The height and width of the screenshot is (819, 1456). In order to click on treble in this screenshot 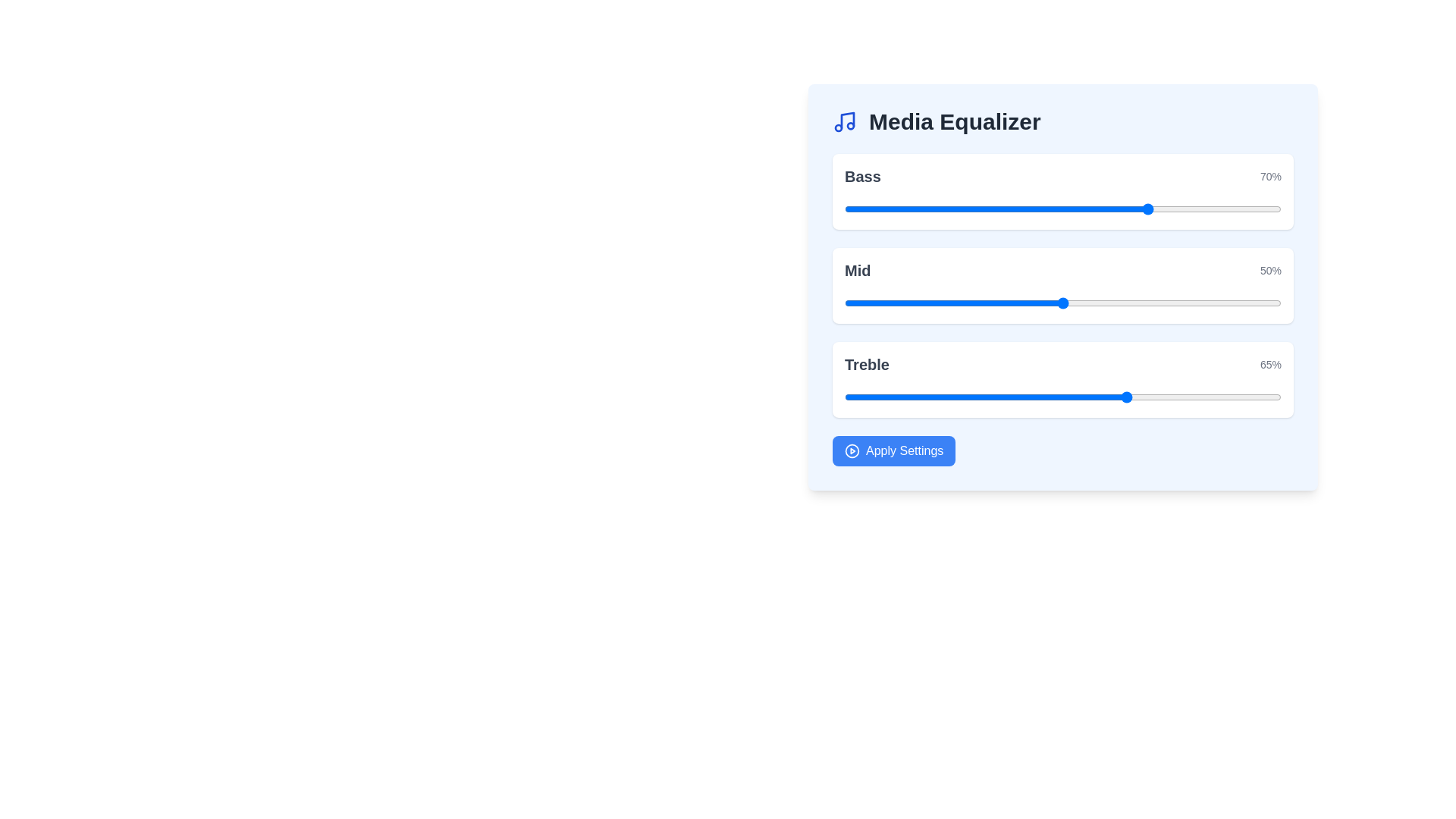, I will do `click(1106, 397)`.